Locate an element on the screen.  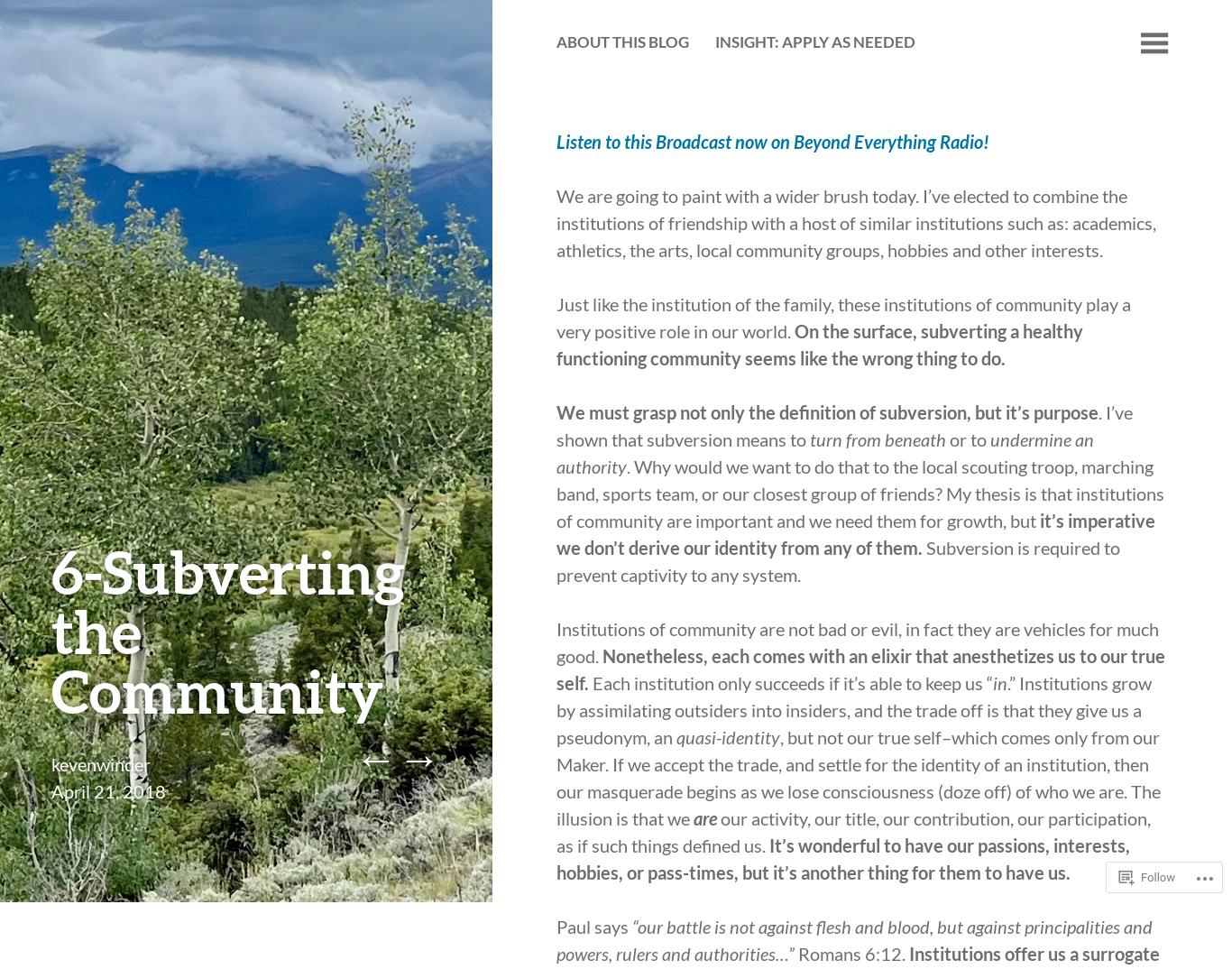
'. I’ve shown that subversion means to' is located at coordinates (556, 425).